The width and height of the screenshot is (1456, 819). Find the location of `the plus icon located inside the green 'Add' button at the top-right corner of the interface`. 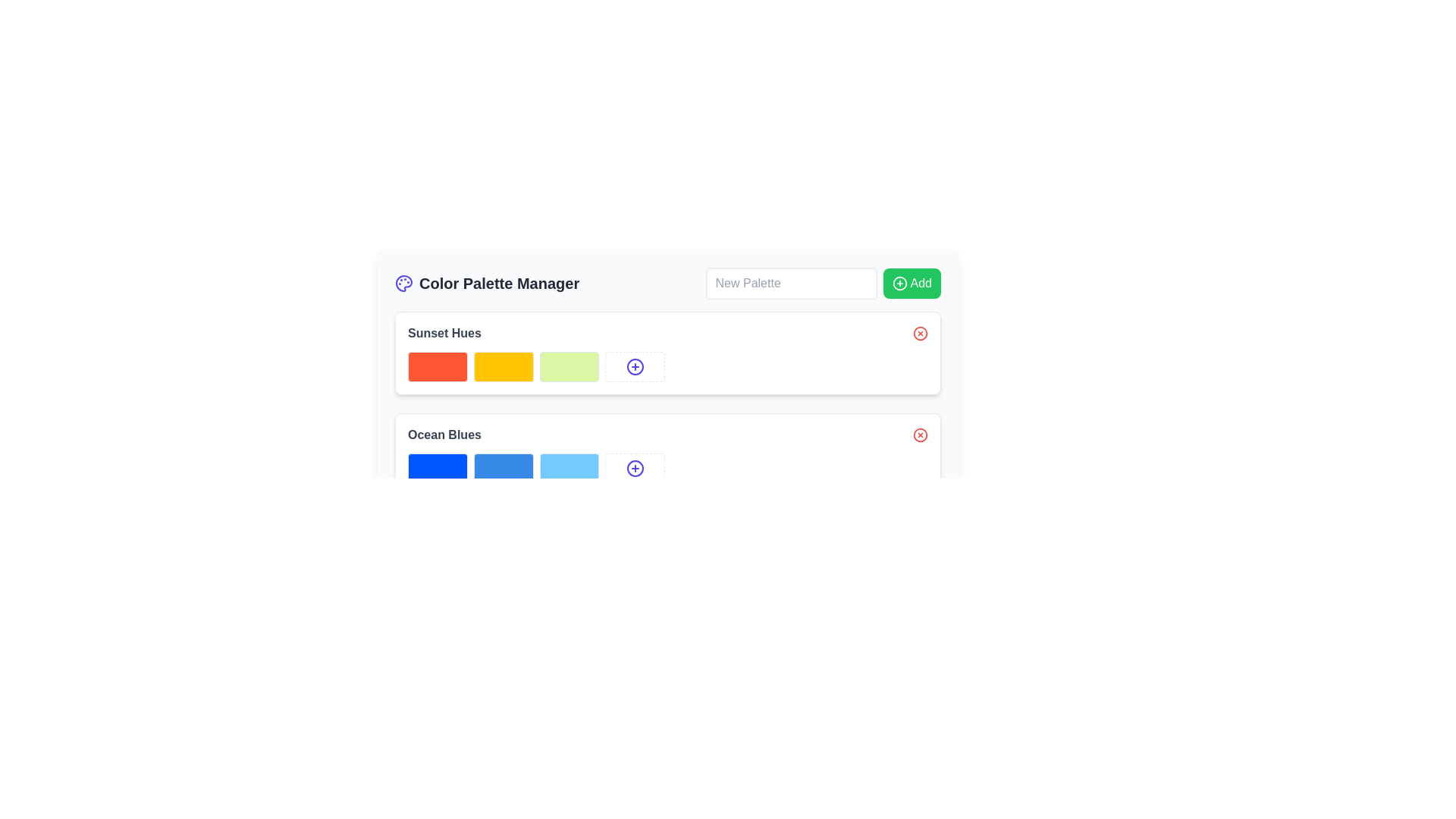

the plus icon located inside the green 'Add' button at the top-right corner of the interface is located at coordinates (899, 284).